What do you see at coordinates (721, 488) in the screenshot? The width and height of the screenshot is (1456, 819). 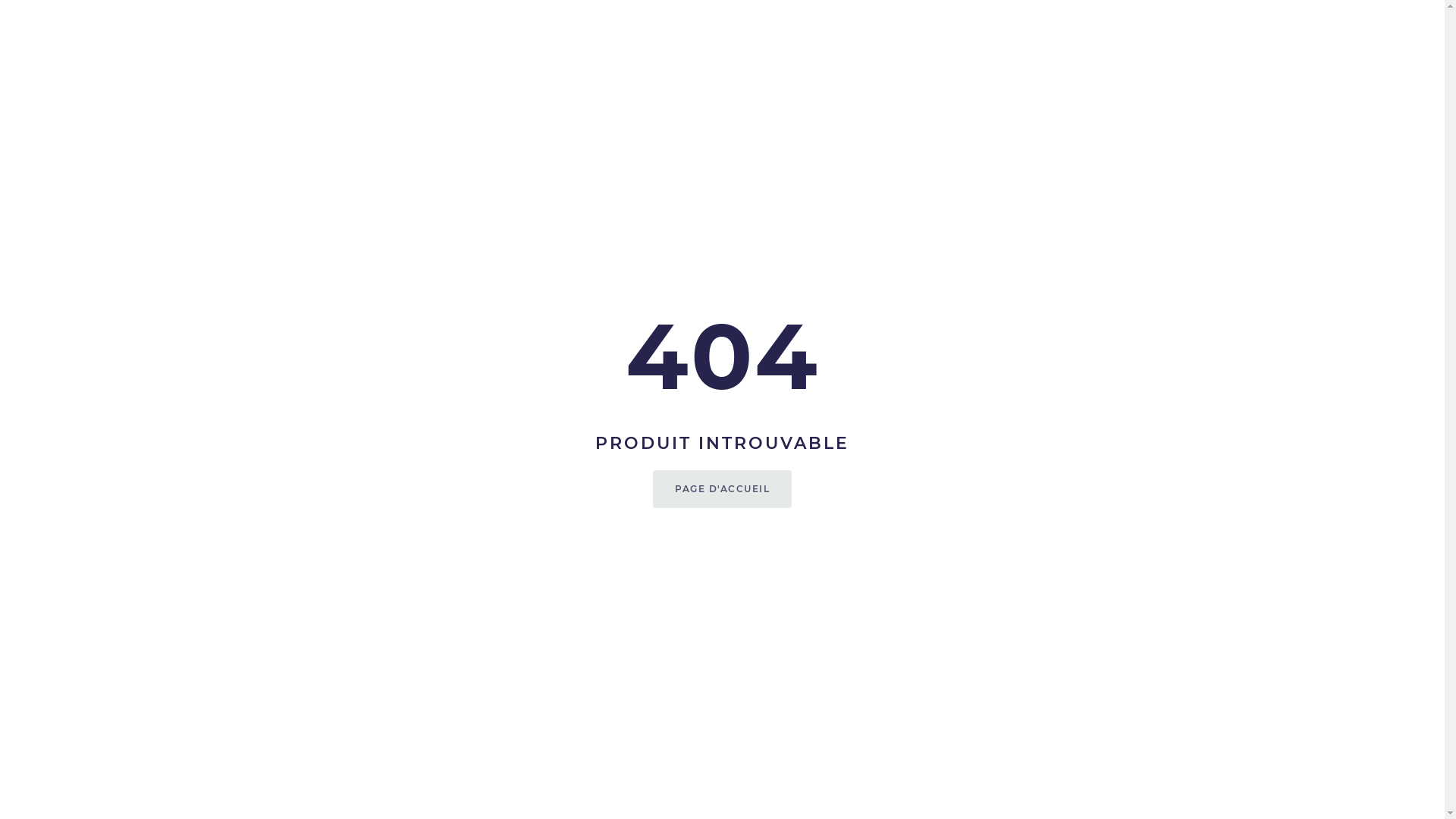 I see `'PAGE D'ACCUEIL'` at bounding box center [721, 488].